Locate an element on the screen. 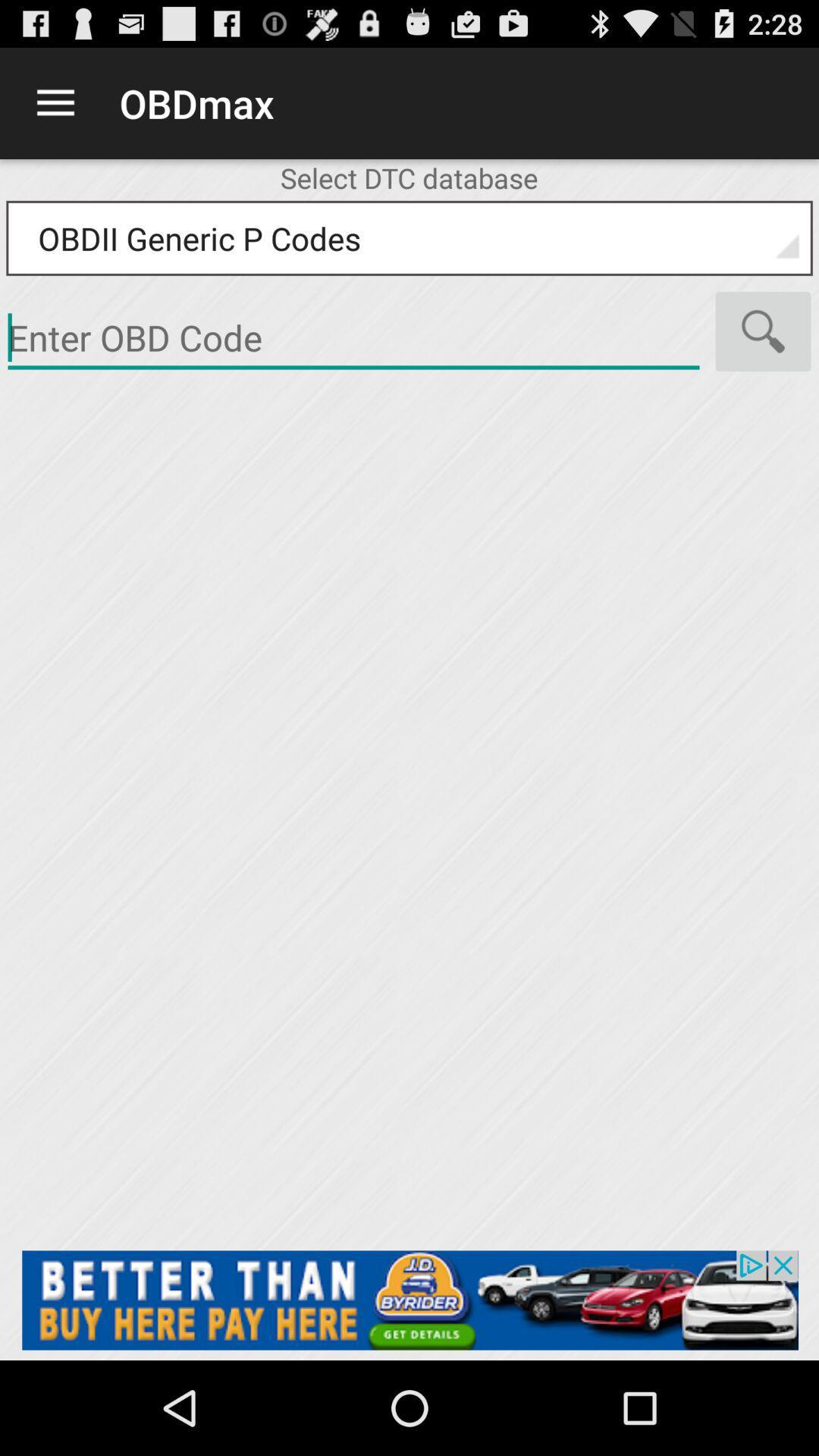 The height and width of the screenshot is (1456, 819). search option is located at coordinates (763, 331).